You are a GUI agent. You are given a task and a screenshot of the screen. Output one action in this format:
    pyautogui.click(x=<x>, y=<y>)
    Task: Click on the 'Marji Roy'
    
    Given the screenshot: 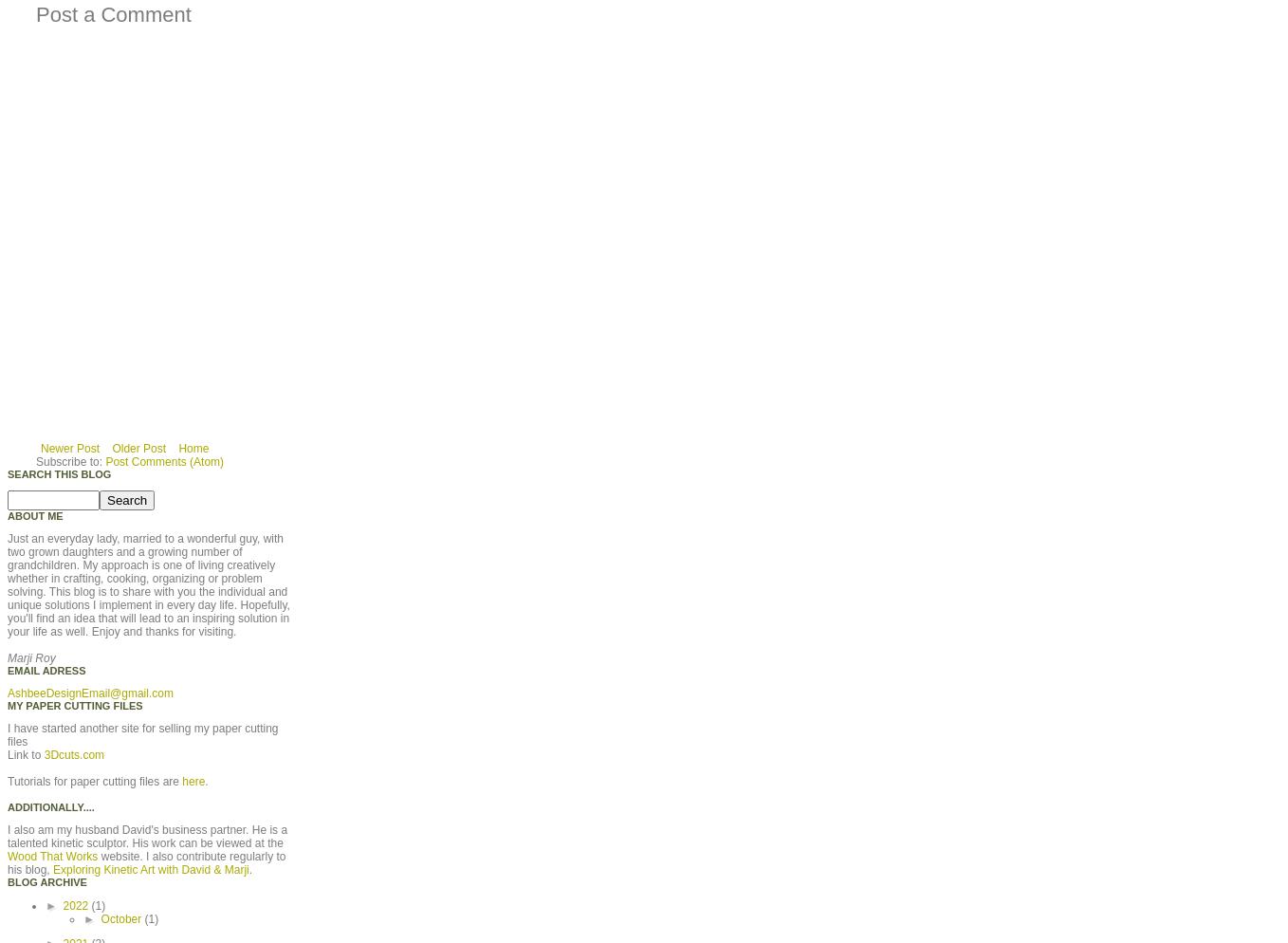 What is the action you would take?
    pyautogui.click(x=29, y=656)
    